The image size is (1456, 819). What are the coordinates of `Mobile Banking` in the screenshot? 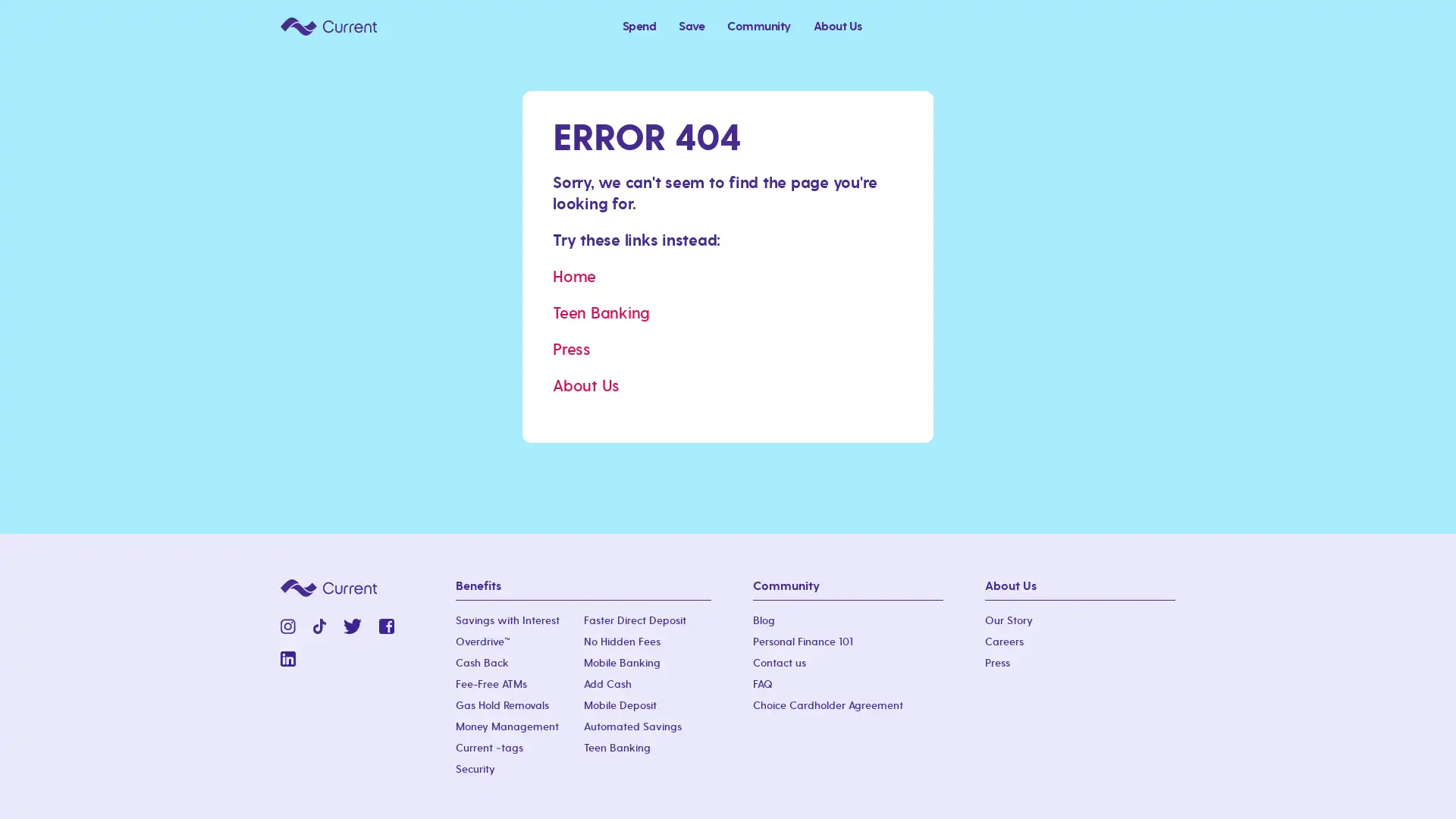 It's located at (621, 663).